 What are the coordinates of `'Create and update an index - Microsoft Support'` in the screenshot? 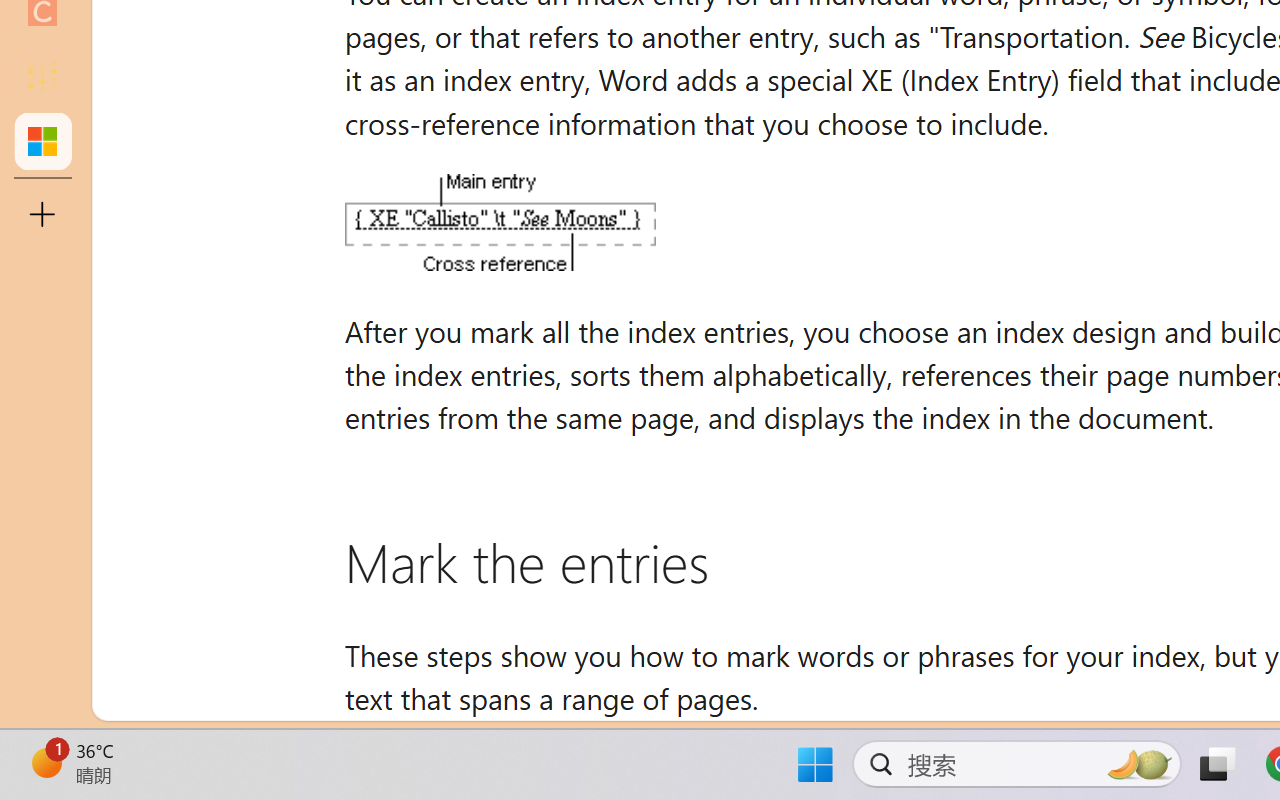 It's located at (42, 140).